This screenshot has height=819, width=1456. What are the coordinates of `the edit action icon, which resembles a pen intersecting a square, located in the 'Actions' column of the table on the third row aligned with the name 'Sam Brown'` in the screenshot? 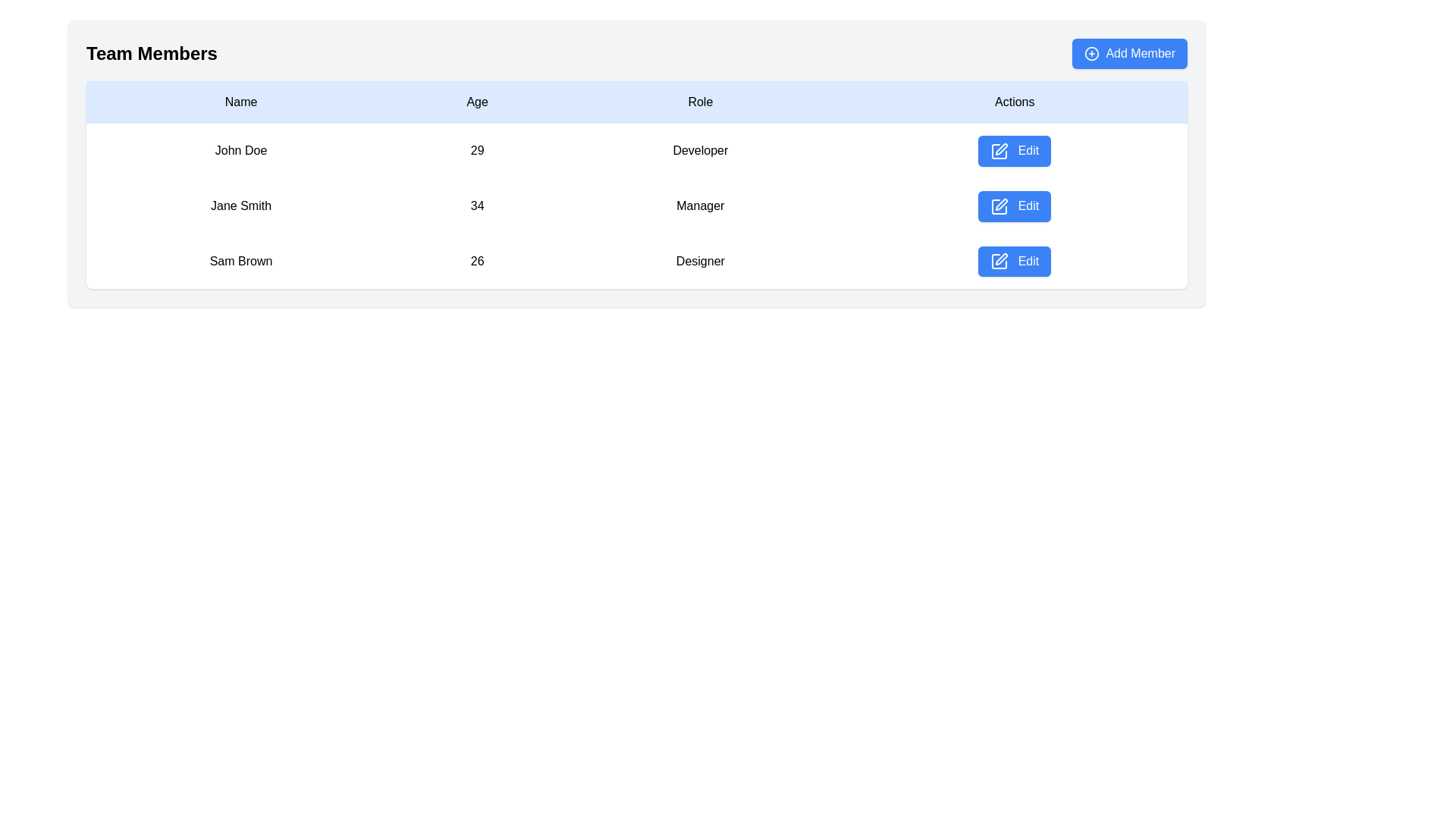 It's located at (1002, 259).